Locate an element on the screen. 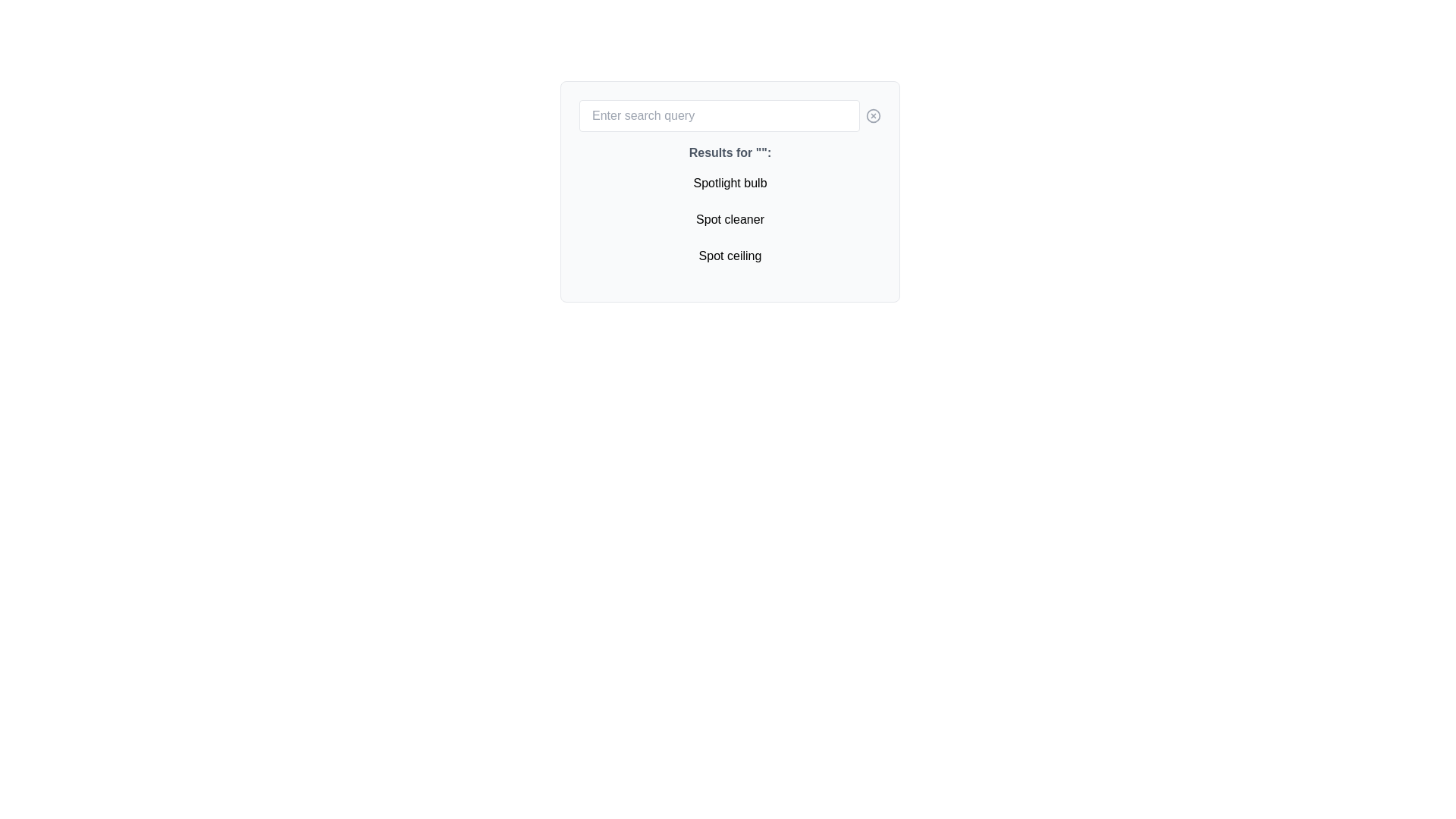 Image resolution: width=1456 pixels, height=819 pixels. the non-interactive text element displaying 'Spot ceiling', specifically targeting the 13th character which is part of the word 'ceiling' is located at coordinates (741, 255).